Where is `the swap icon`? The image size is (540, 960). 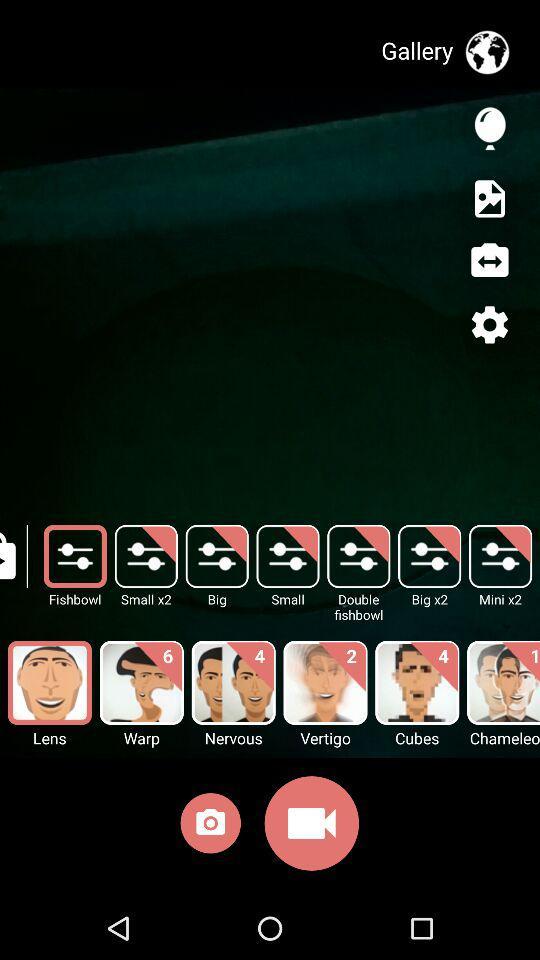 the swap icon is located at coordinates (488, 260).